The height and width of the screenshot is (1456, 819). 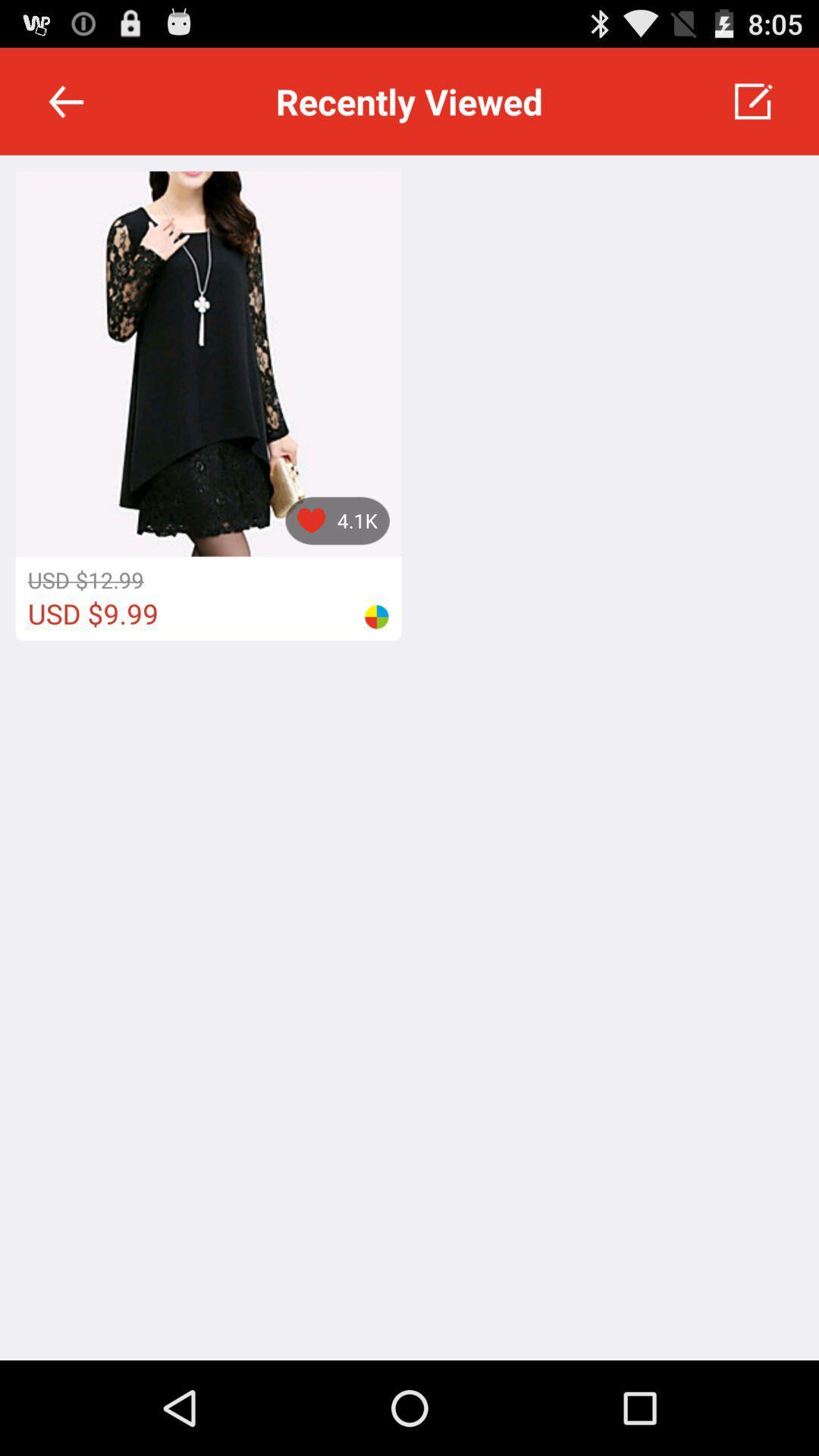 What do you see at coordinates (752, 100) in the screenshot?
I see `the app to the right of recently viewed app` at bounding box center [752, 100].